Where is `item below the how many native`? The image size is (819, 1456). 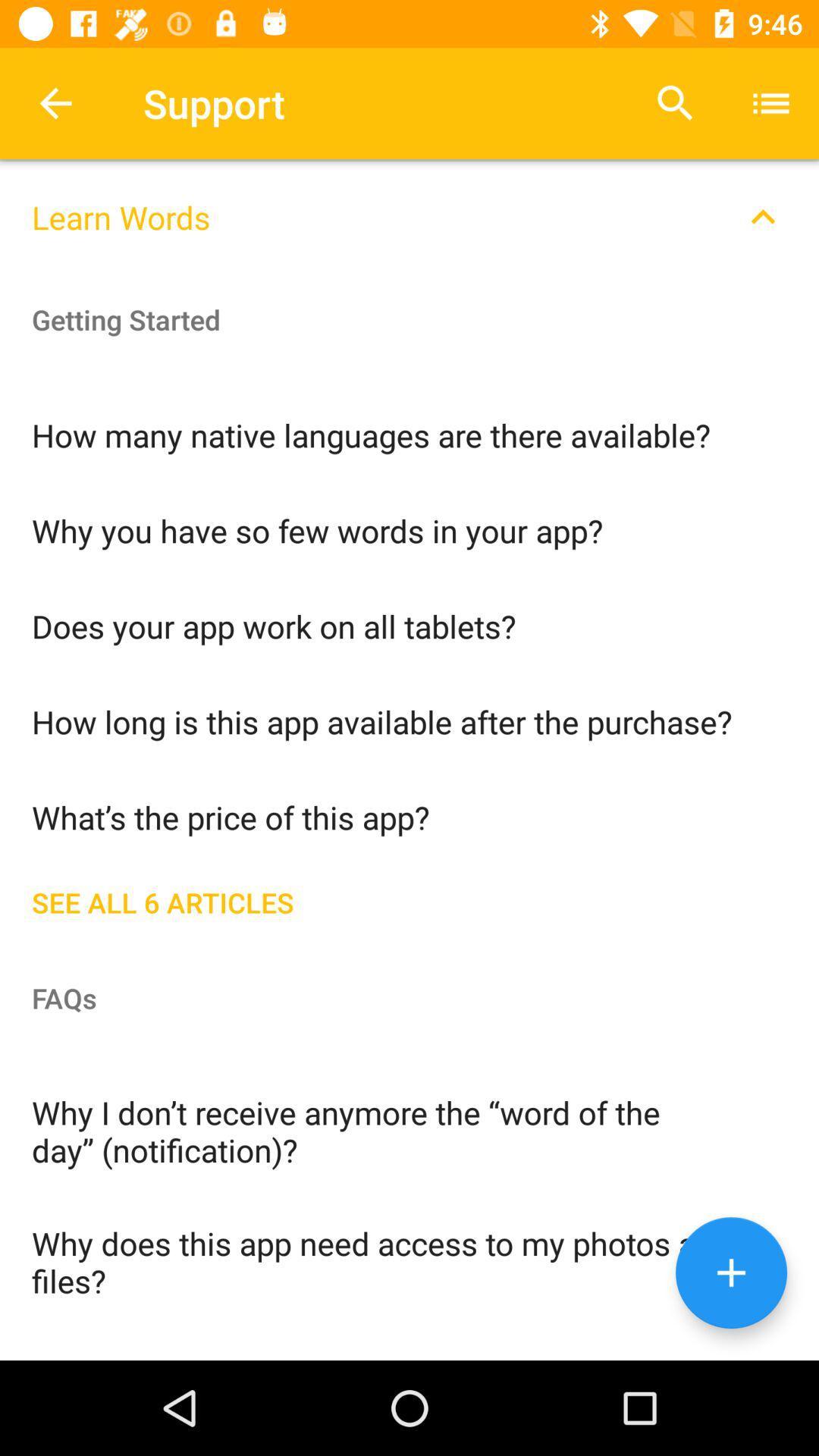
item below the how many native is located at coordinates (409, 529).